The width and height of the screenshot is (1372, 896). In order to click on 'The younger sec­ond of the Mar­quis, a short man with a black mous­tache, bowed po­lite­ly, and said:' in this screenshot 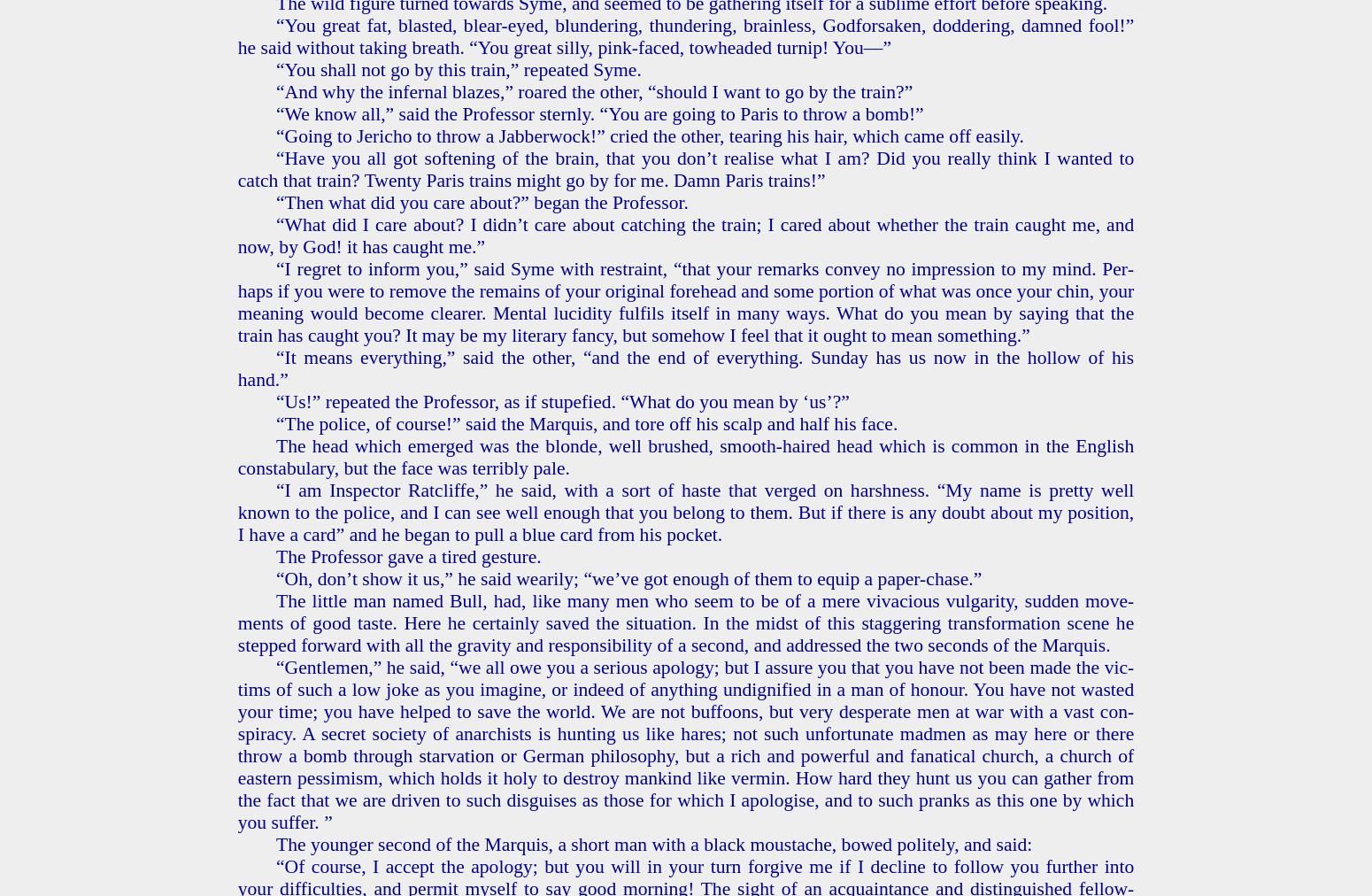, I will do `click(274, 844)`.